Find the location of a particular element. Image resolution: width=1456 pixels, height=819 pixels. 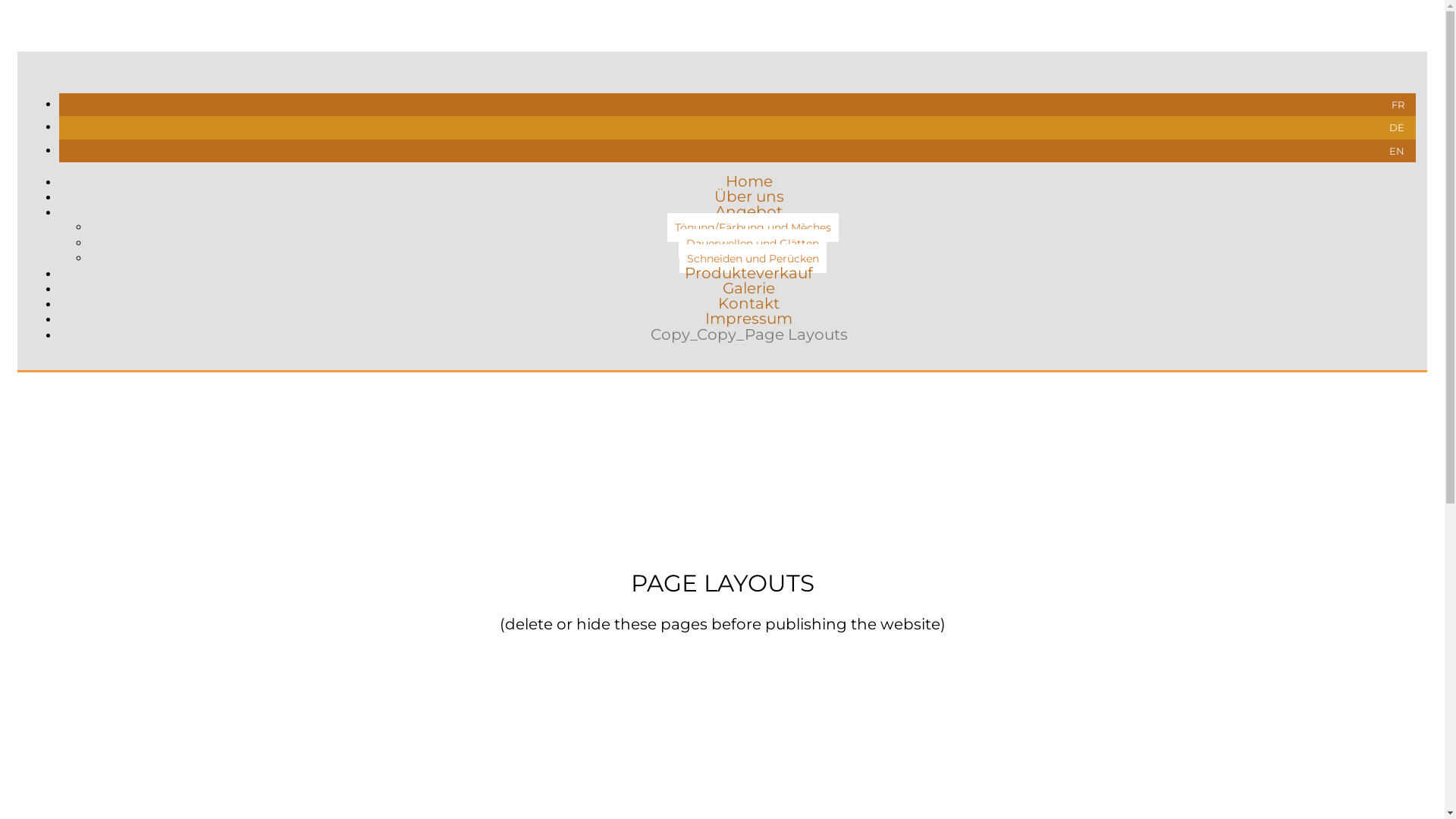

'Galerie' is located at coordinates (748, 288).